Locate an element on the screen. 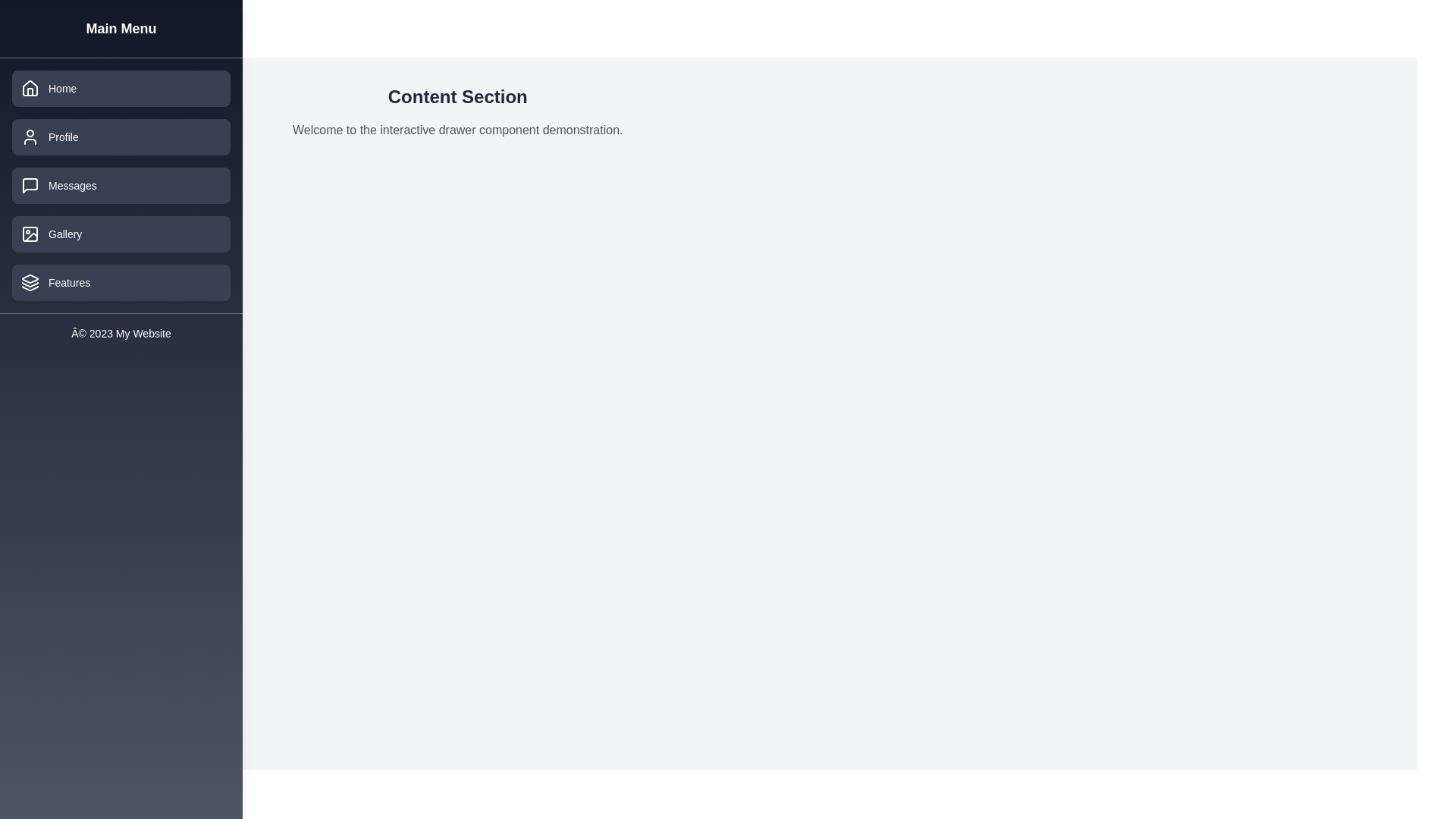  the profile icon, which resembles a person with a circular head and truncated body, outlined in white against a dark blue background, located within the second navigation button labeled 'Profile' in the left sidebar is located at coordinates (30, 137).